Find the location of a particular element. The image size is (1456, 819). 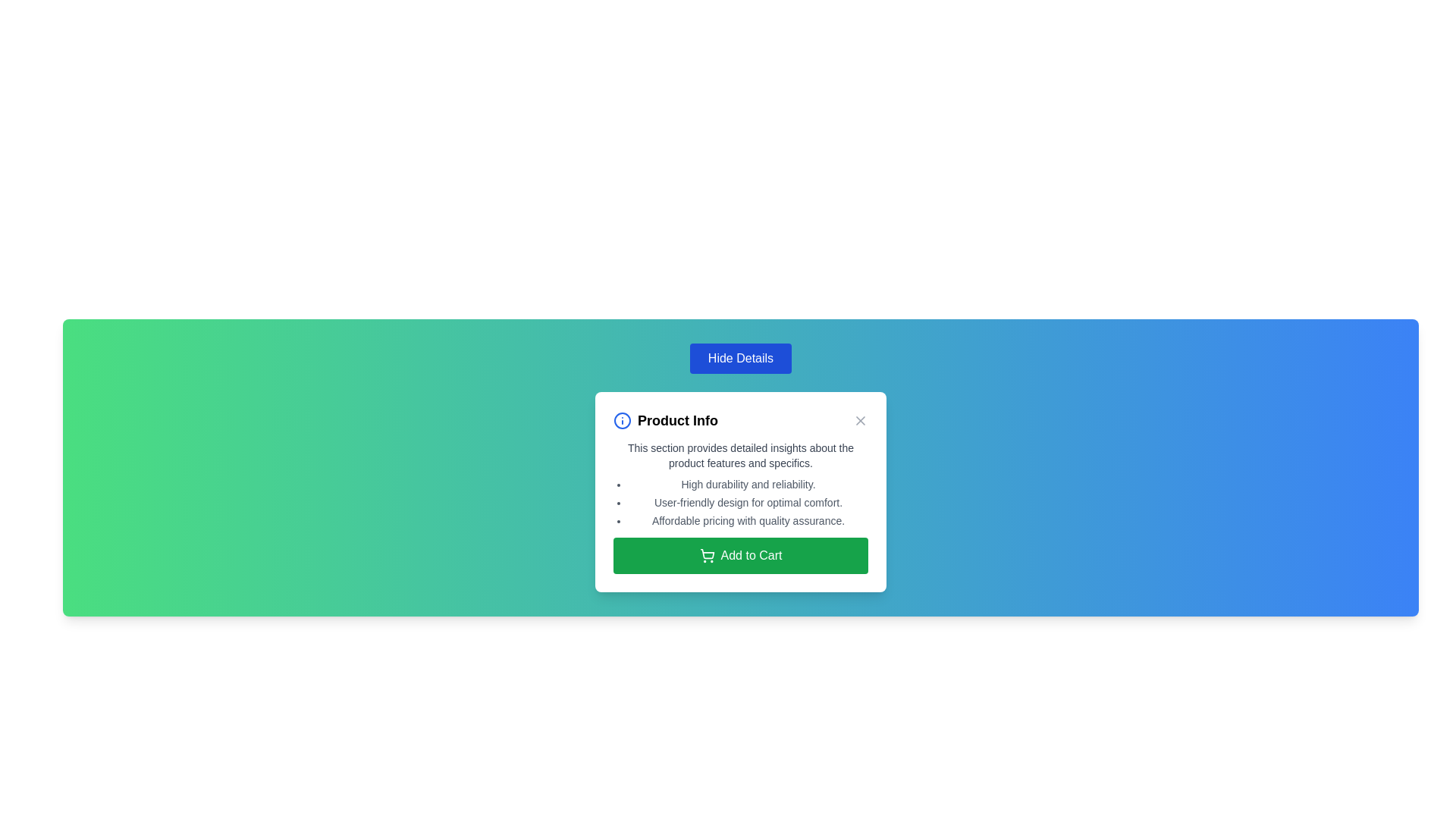

the small, square-shaped 'X' button in the top-right corner of the 'Product Info' section is located at coordinates (860, 421).